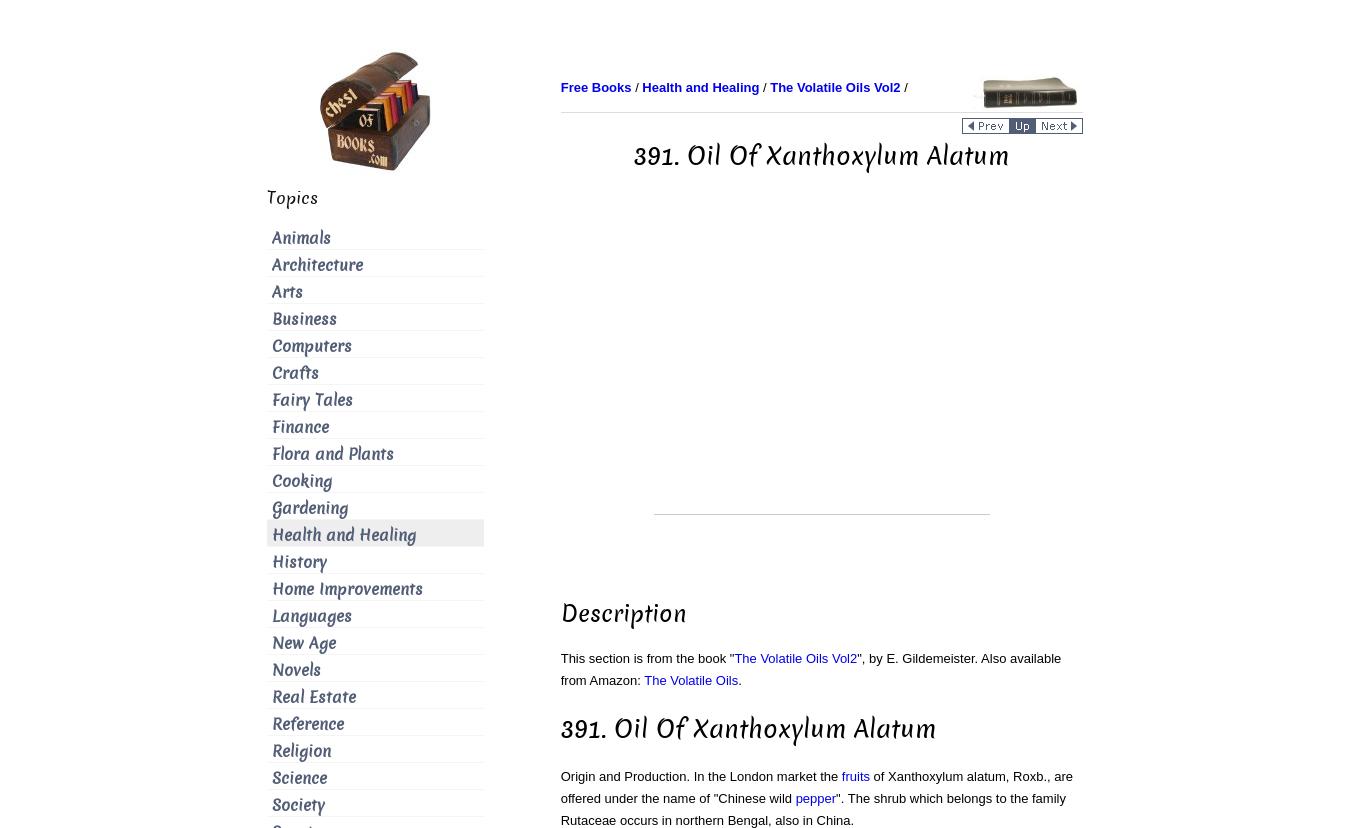 This screenshot has width=1366, height=828. Describe the element at coordinates (311, 615) in the screenshot. I see `'Languages'` at that location.